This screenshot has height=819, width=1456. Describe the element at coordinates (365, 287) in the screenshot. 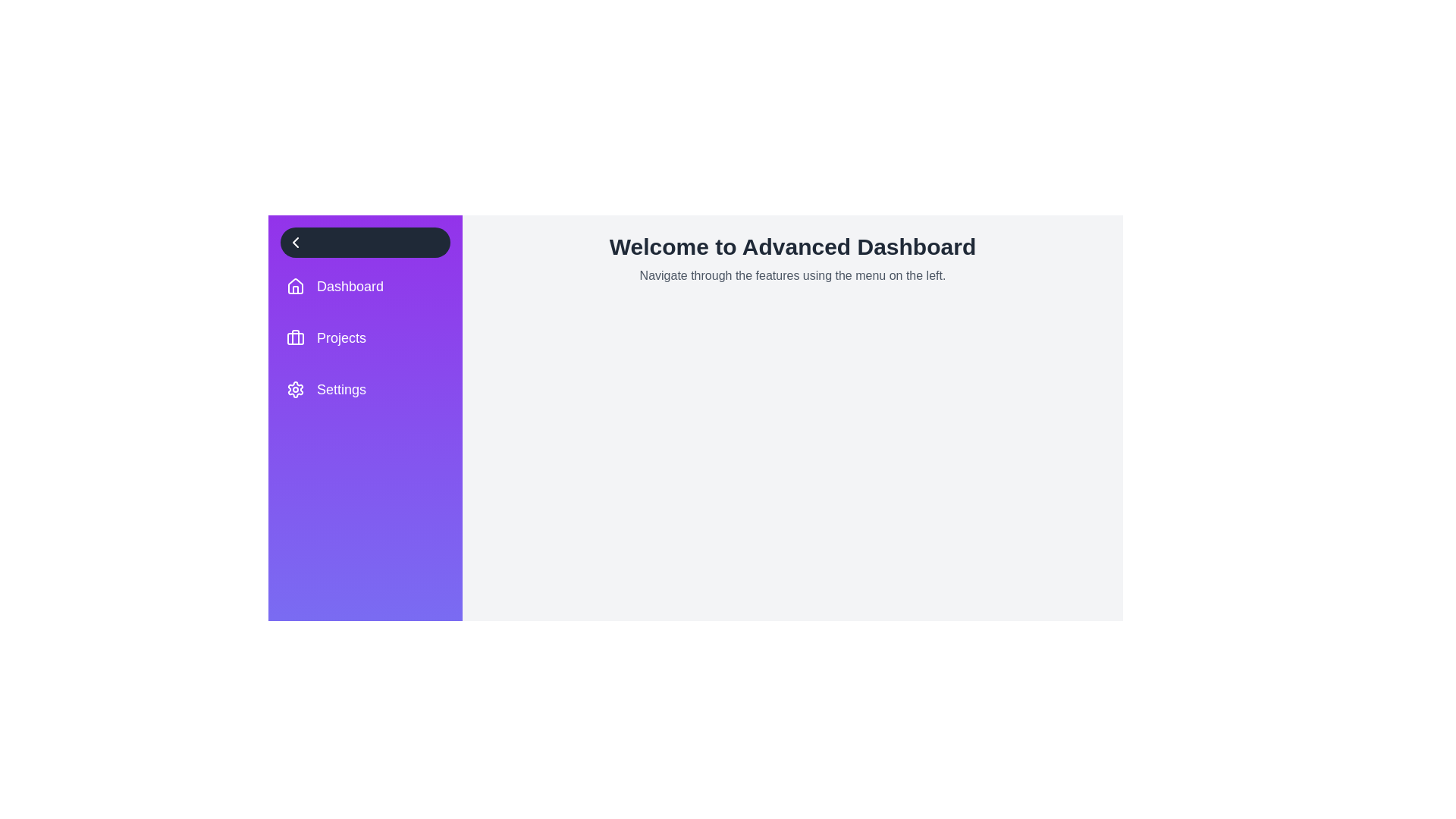

I see `the menu item Dashboard from the list` at that location.